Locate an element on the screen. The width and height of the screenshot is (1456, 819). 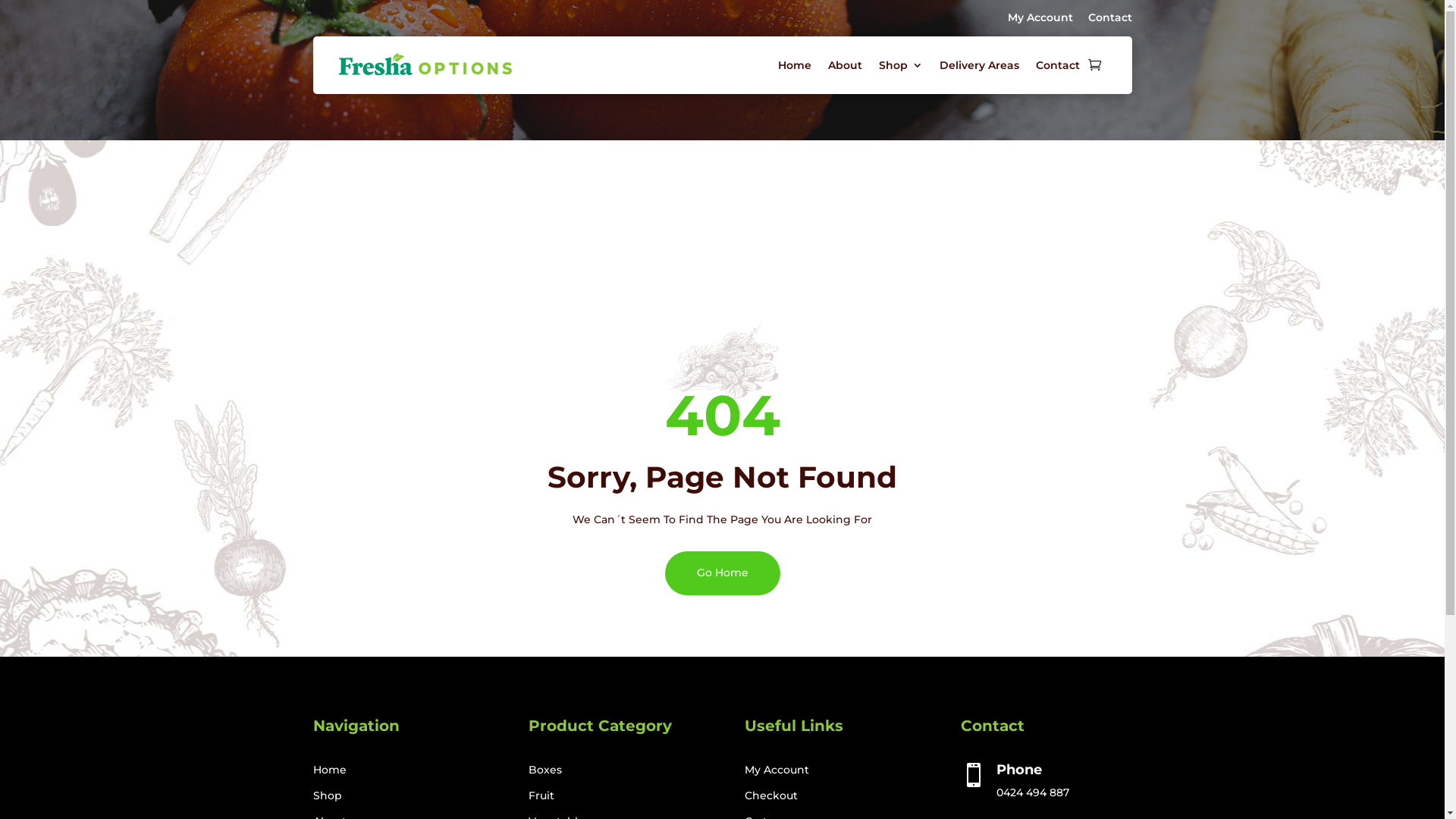
'Contact' is located at coordinates (1057, 64).